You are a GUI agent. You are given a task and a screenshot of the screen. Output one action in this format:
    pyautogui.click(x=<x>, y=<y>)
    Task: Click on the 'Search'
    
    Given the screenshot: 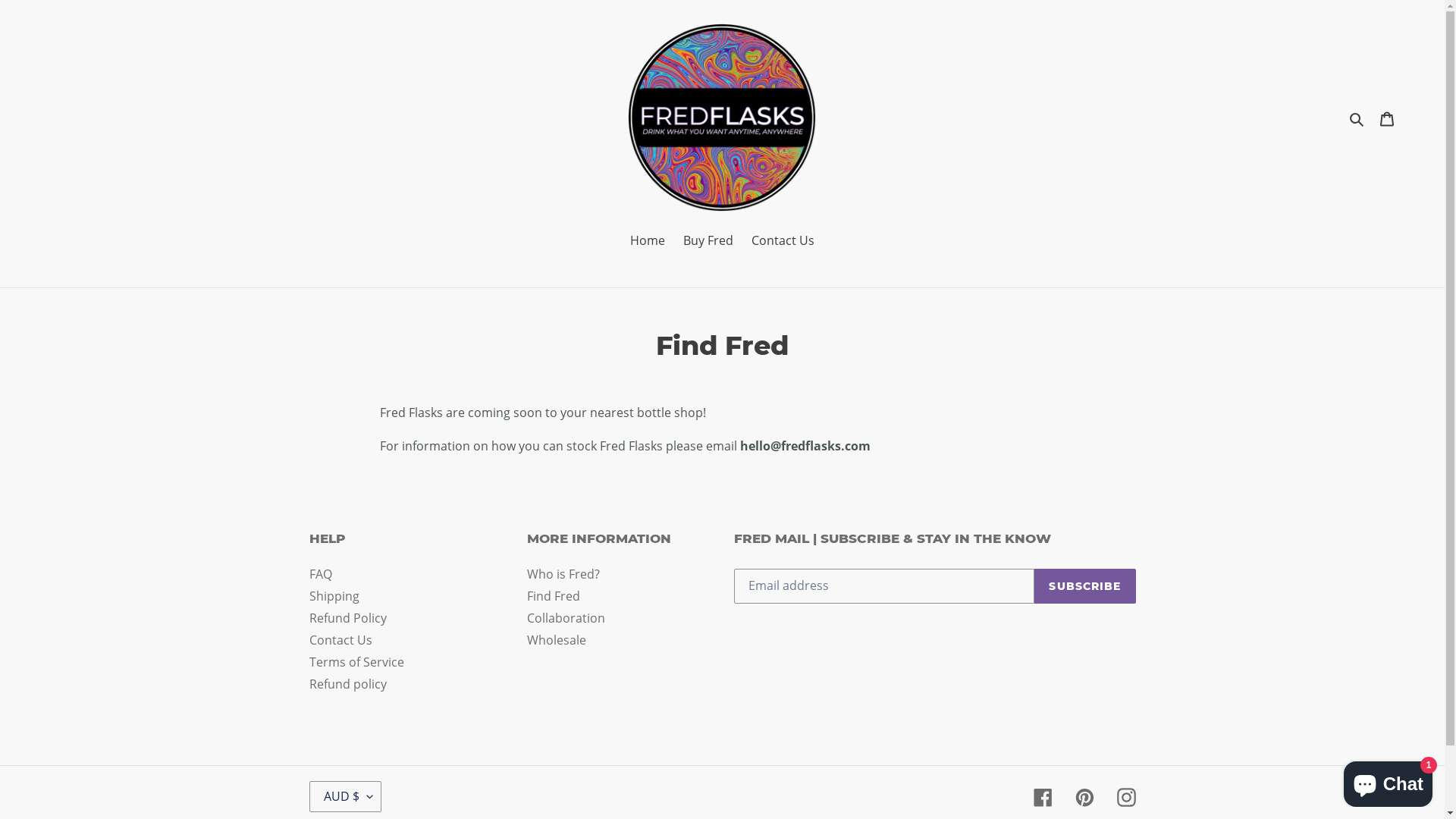 What is the action you would take?
    pyautogui.click(x=1357, y=116)
    